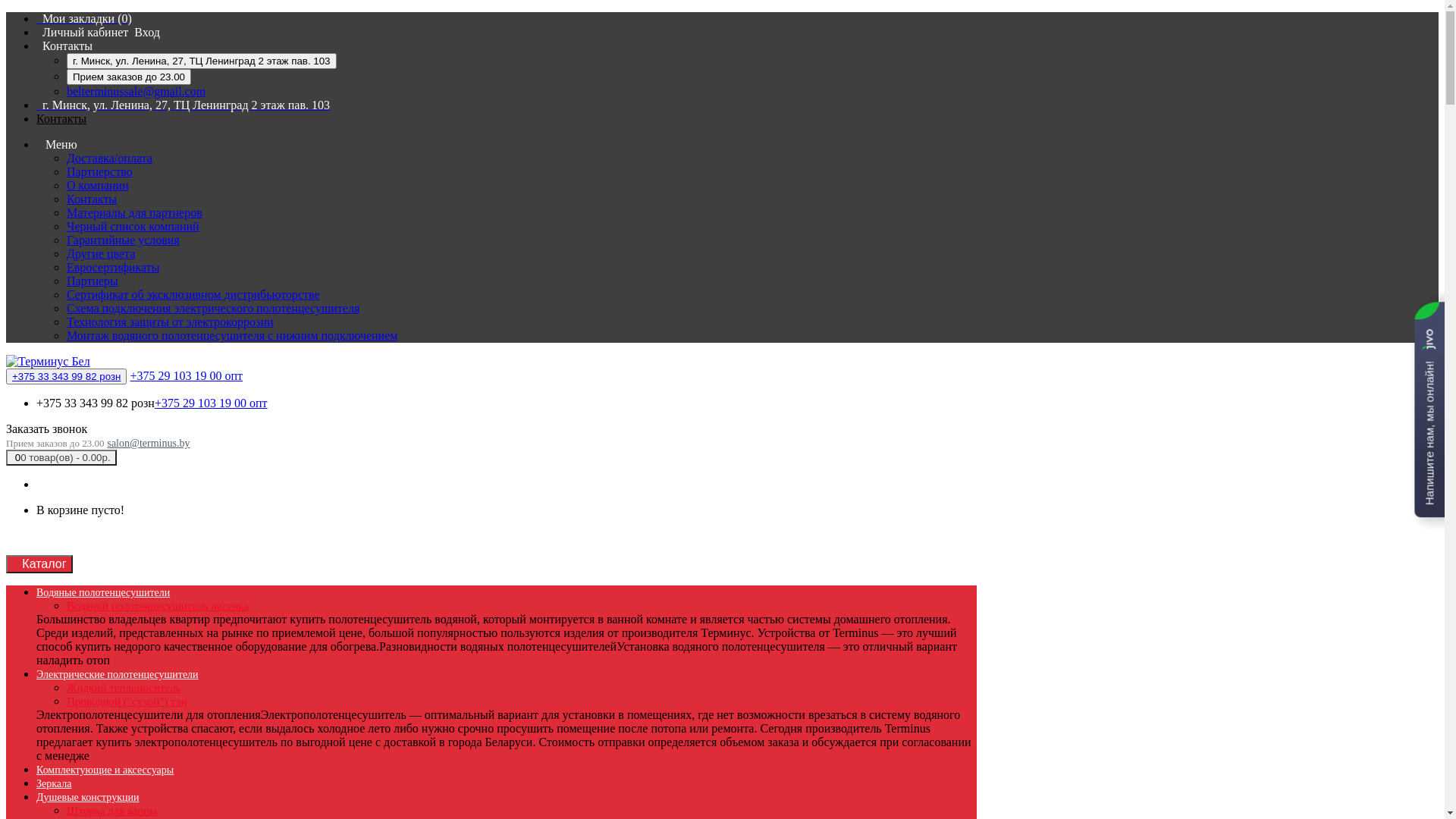  I want to click on 'salon@terminus.by', so click(148, 443).